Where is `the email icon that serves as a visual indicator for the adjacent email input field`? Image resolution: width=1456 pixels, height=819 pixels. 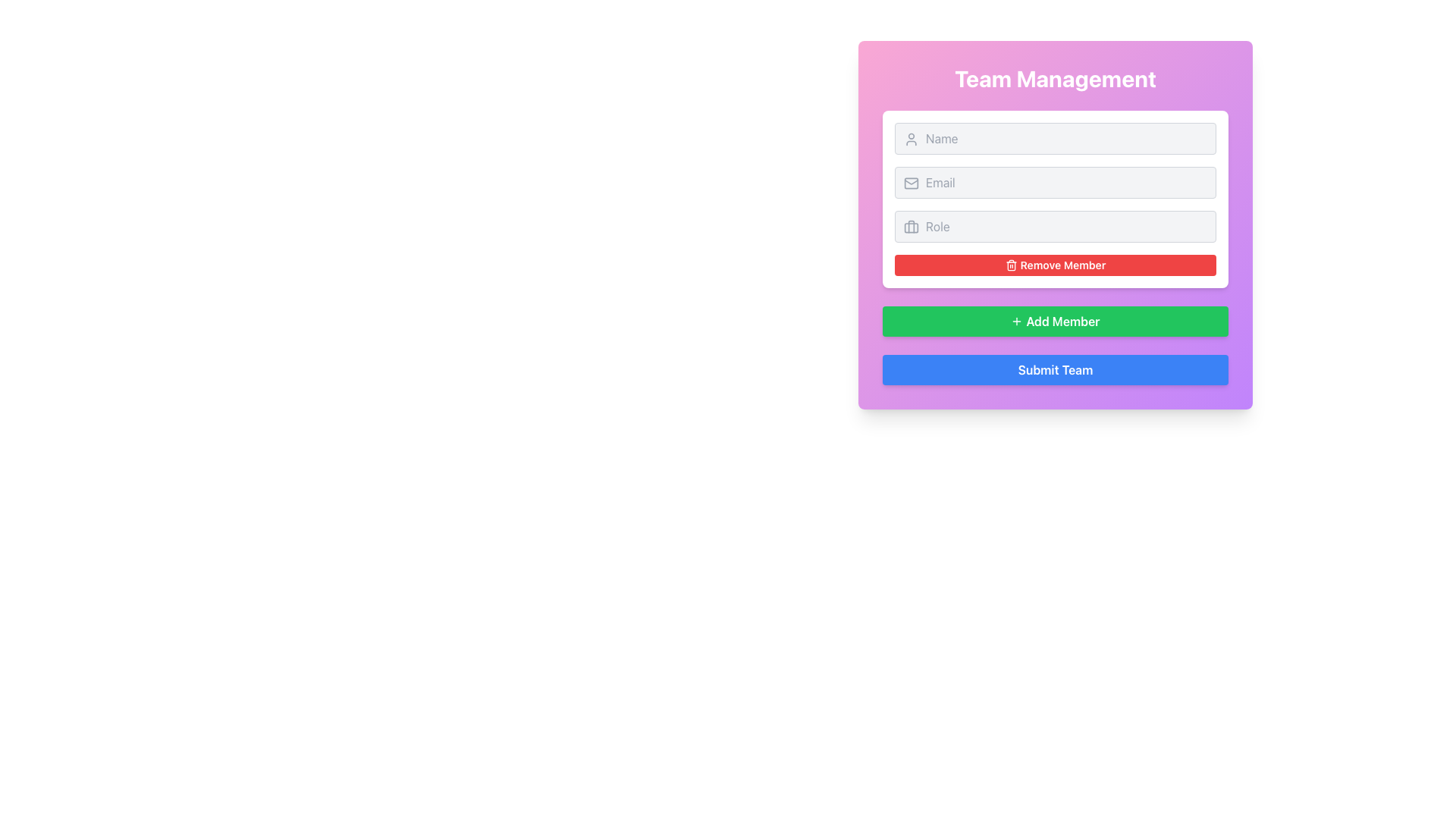
the email icon that serves as a visual indicator for the adjacent email input field is located at coordinates (910, 183).